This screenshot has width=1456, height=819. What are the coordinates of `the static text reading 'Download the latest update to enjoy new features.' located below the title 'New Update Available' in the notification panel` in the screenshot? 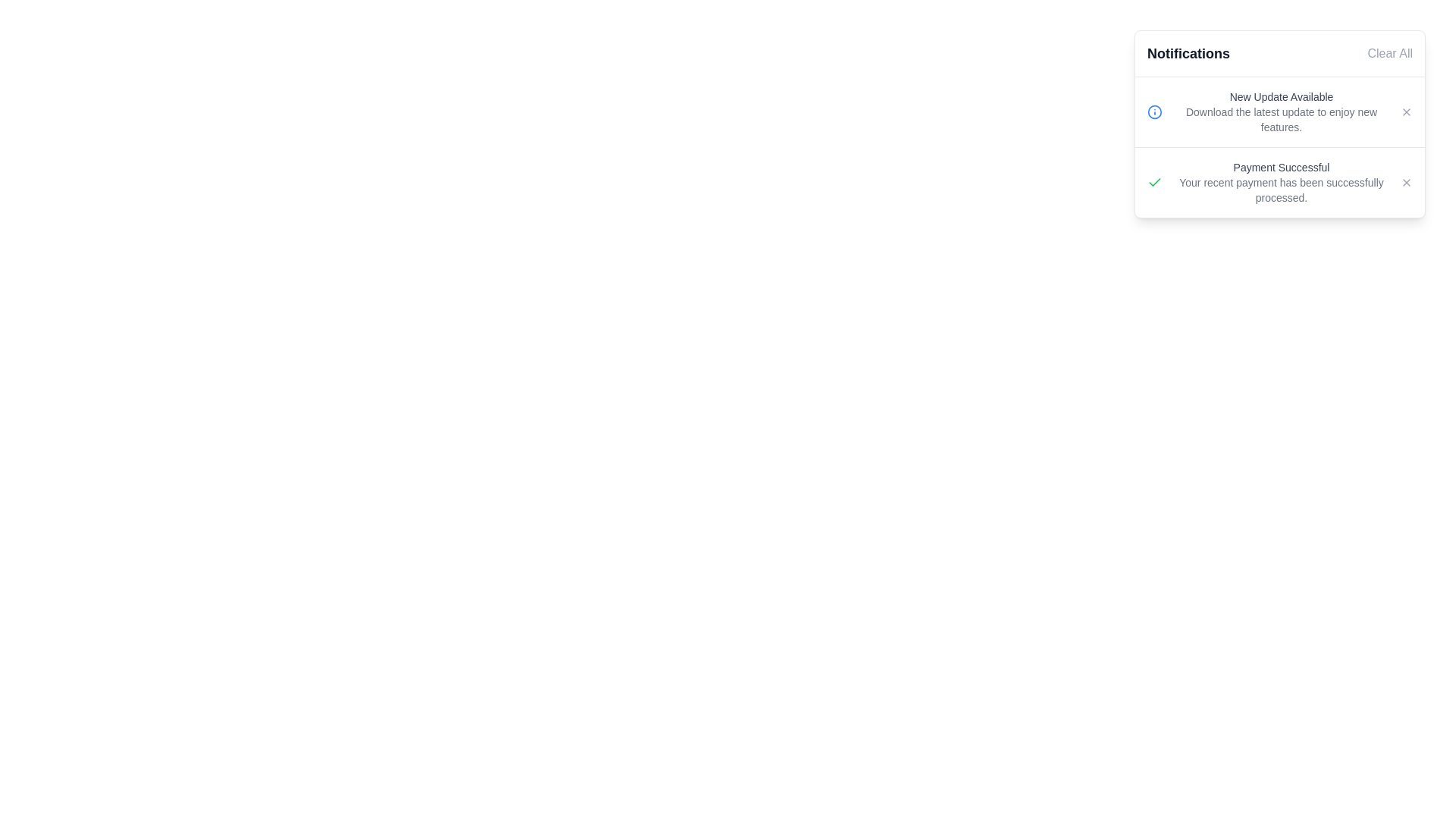 It's located at (1280, 119).